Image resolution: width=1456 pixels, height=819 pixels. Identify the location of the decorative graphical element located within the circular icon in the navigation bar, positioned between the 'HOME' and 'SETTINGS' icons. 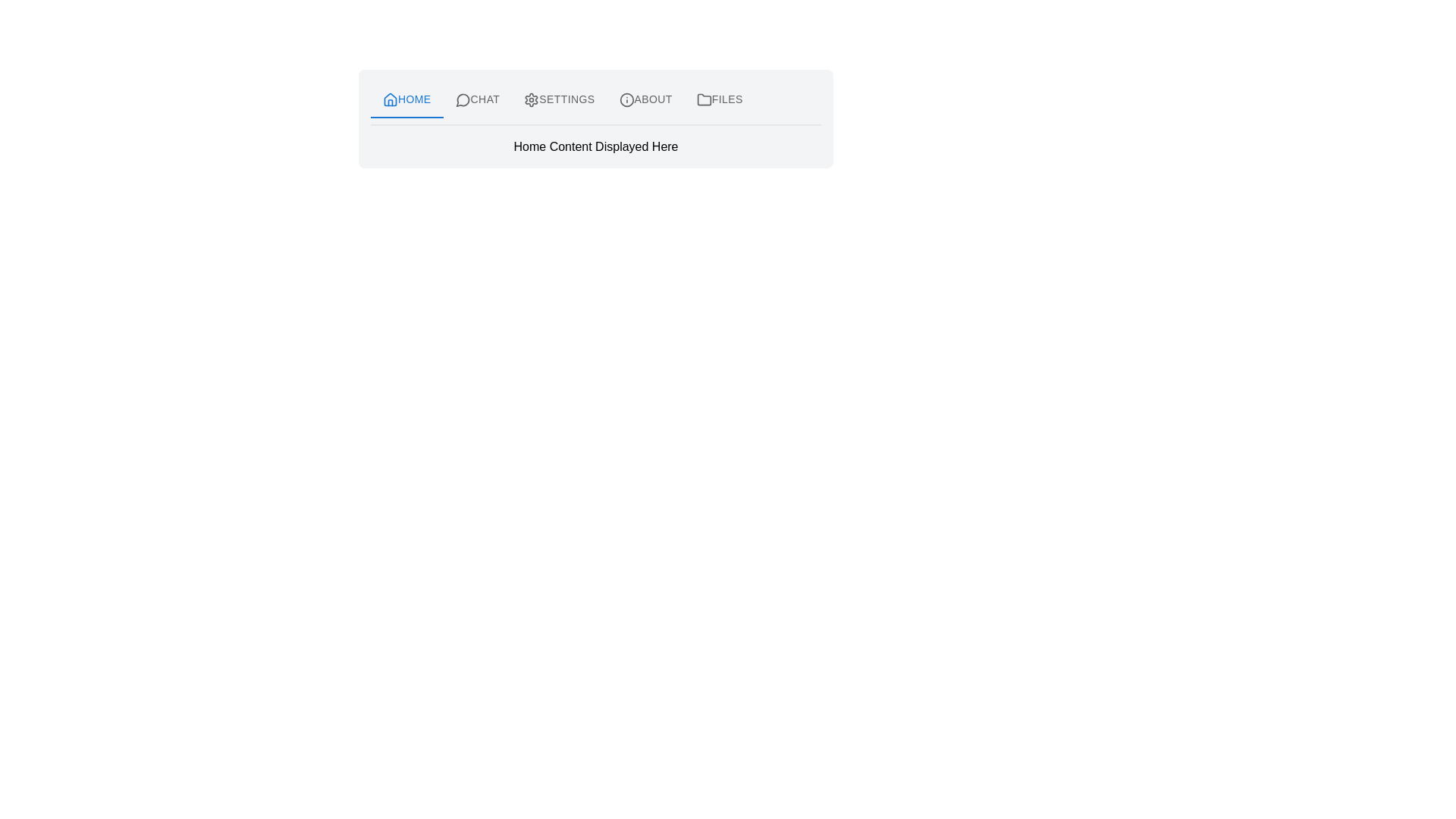
(462, 100).